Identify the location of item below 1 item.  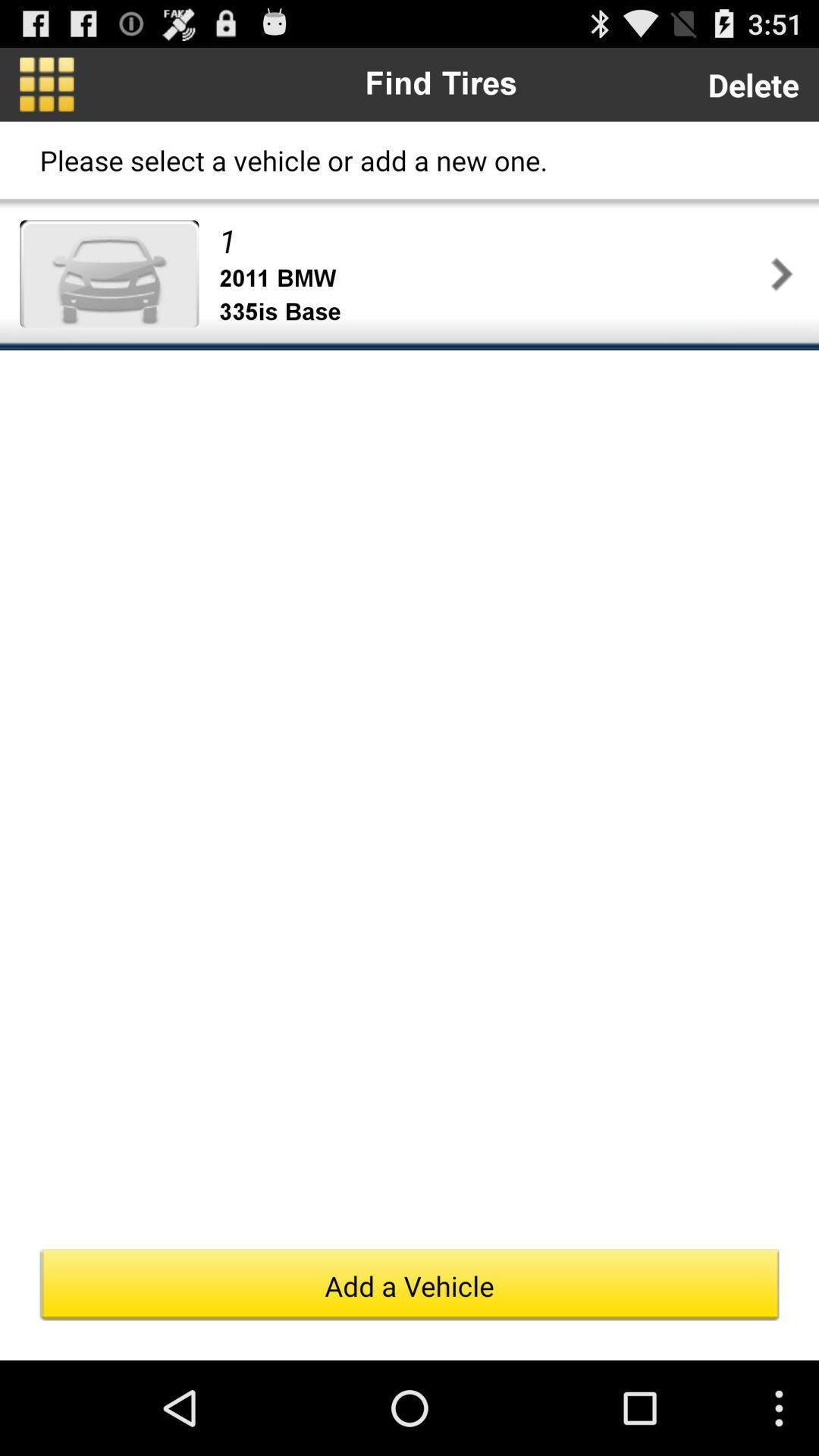
(491, 278).